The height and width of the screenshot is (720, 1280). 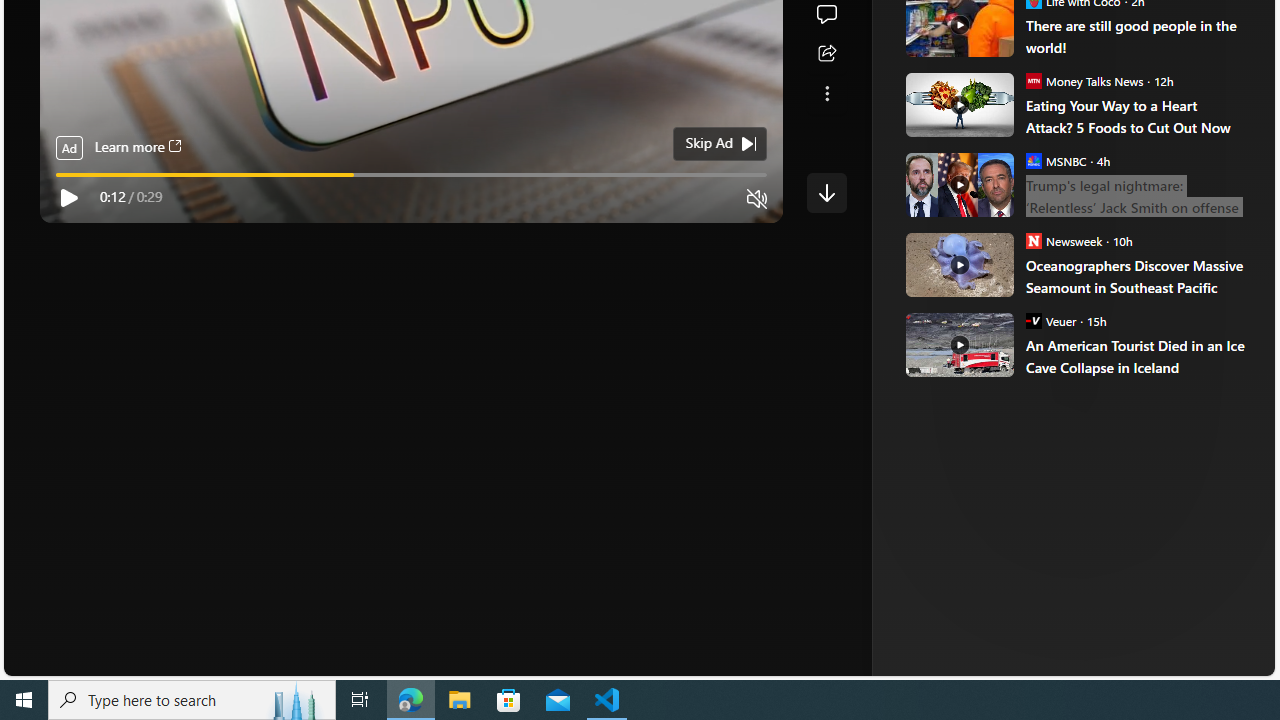 What do you see at coordinates (1033, 159) in the screenshot?
I see `'MSNBC'` at bounding box center [1033, 159].